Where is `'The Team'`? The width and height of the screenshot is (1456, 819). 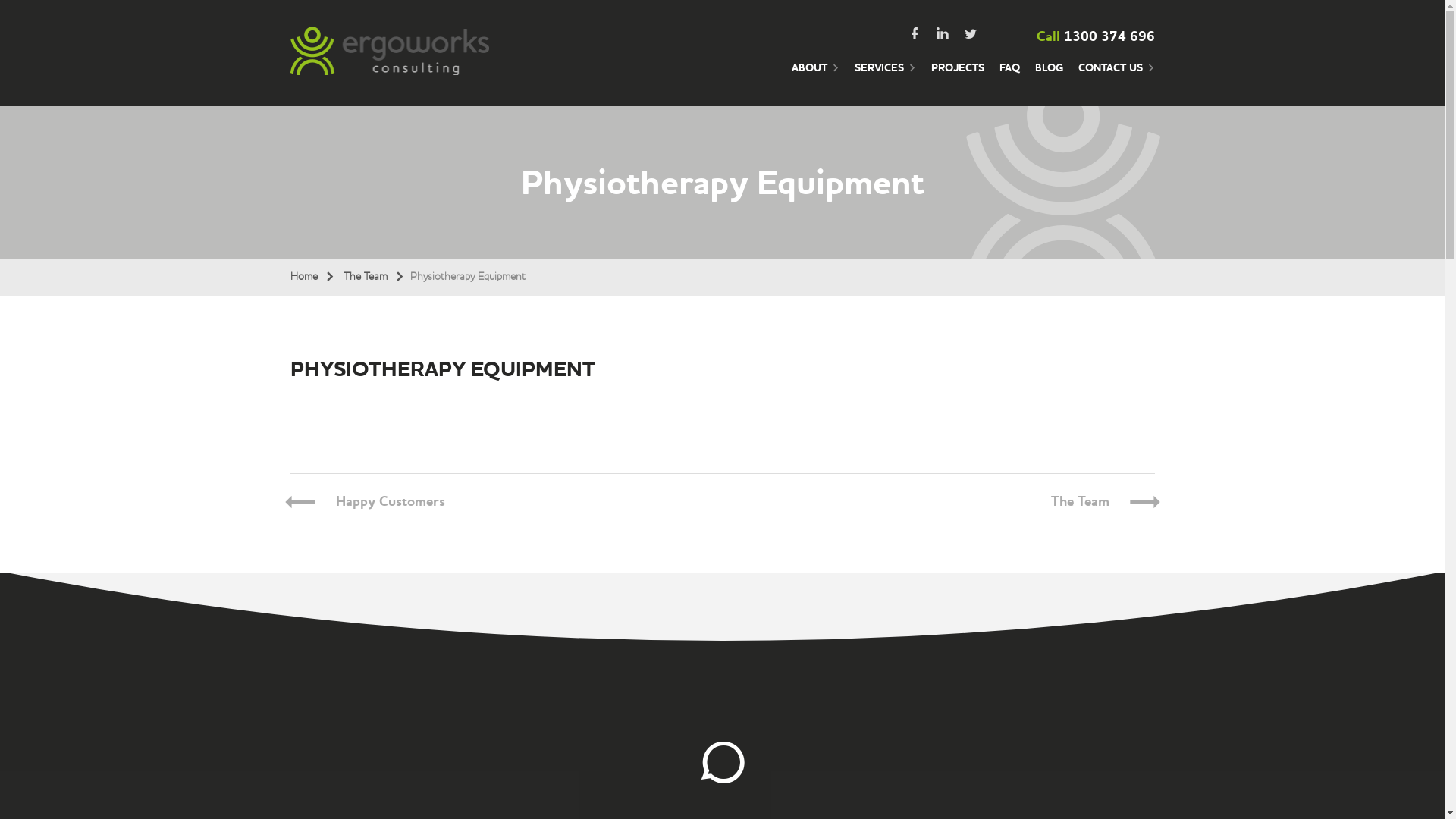 'The Team' is located at coordinates (1079, 501).